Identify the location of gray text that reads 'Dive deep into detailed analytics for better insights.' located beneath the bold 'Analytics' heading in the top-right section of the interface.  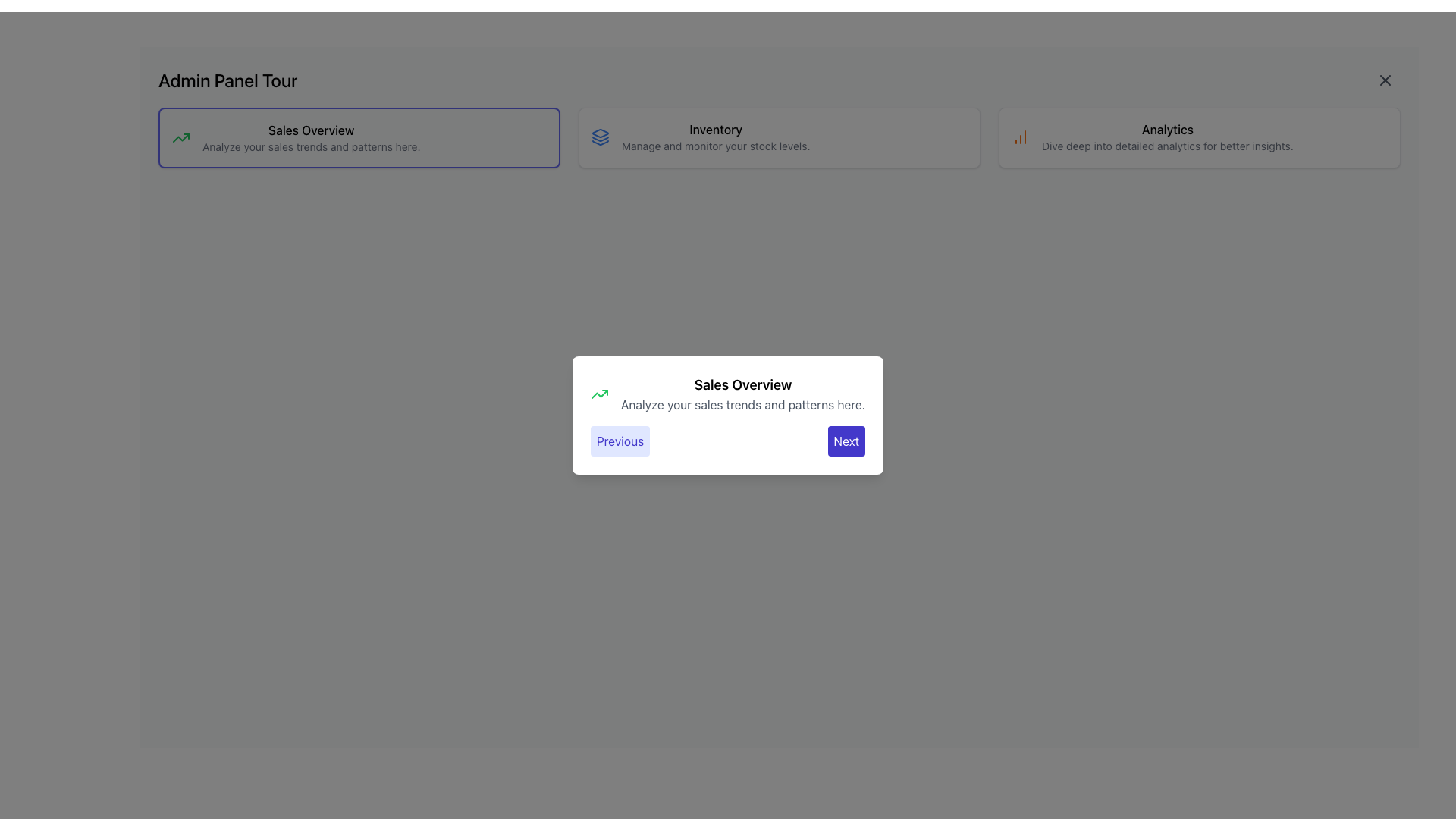
(1166, 146).